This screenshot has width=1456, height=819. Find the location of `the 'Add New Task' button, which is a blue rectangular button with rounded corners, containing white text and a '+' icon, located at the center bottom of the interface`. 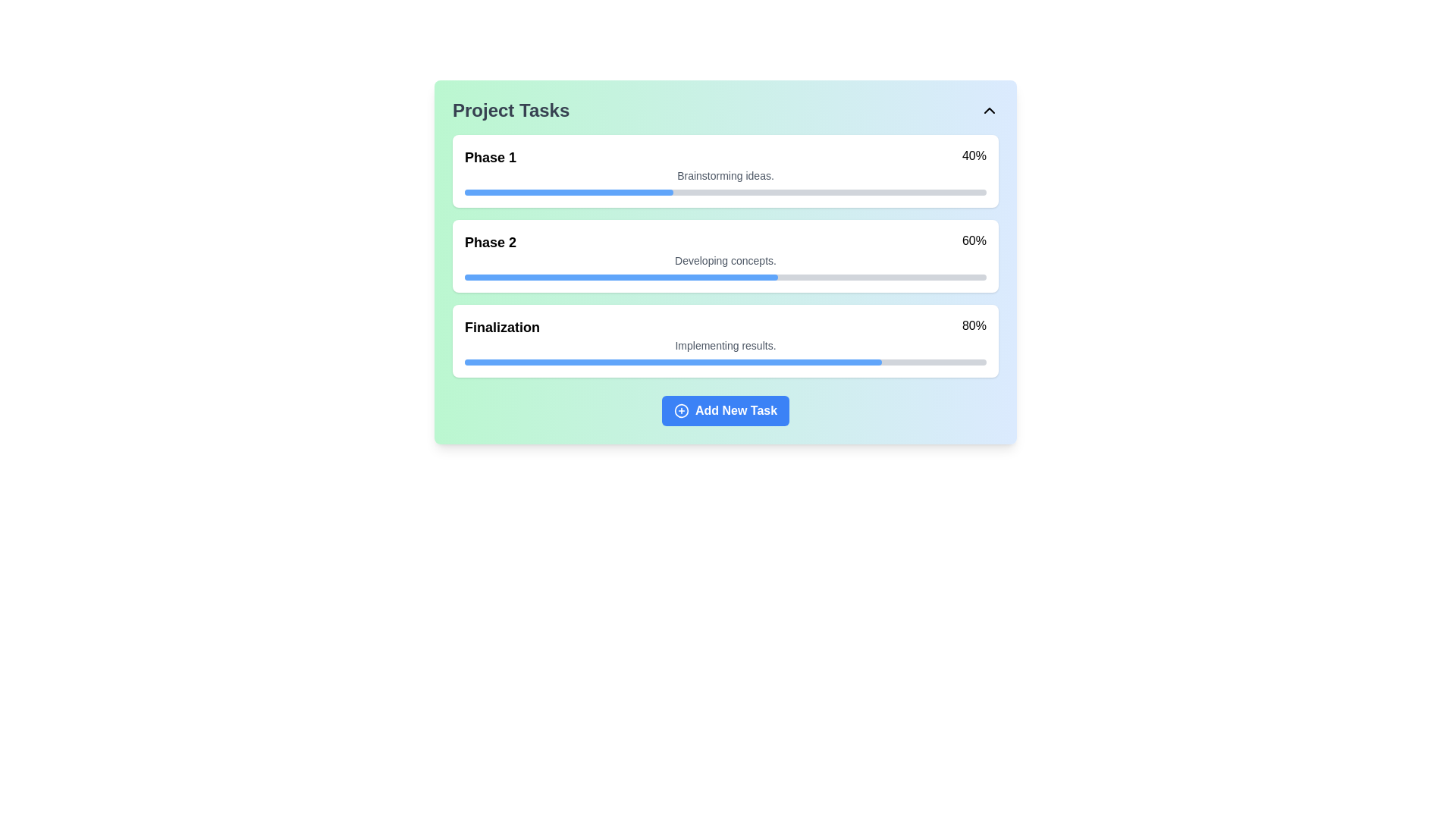

the 'Add New Task' button, which is a blue rectangular button with rounded corners, containing white text and a '+' icon, located at the center bottom of the interface is located at coordinates (724, 411).